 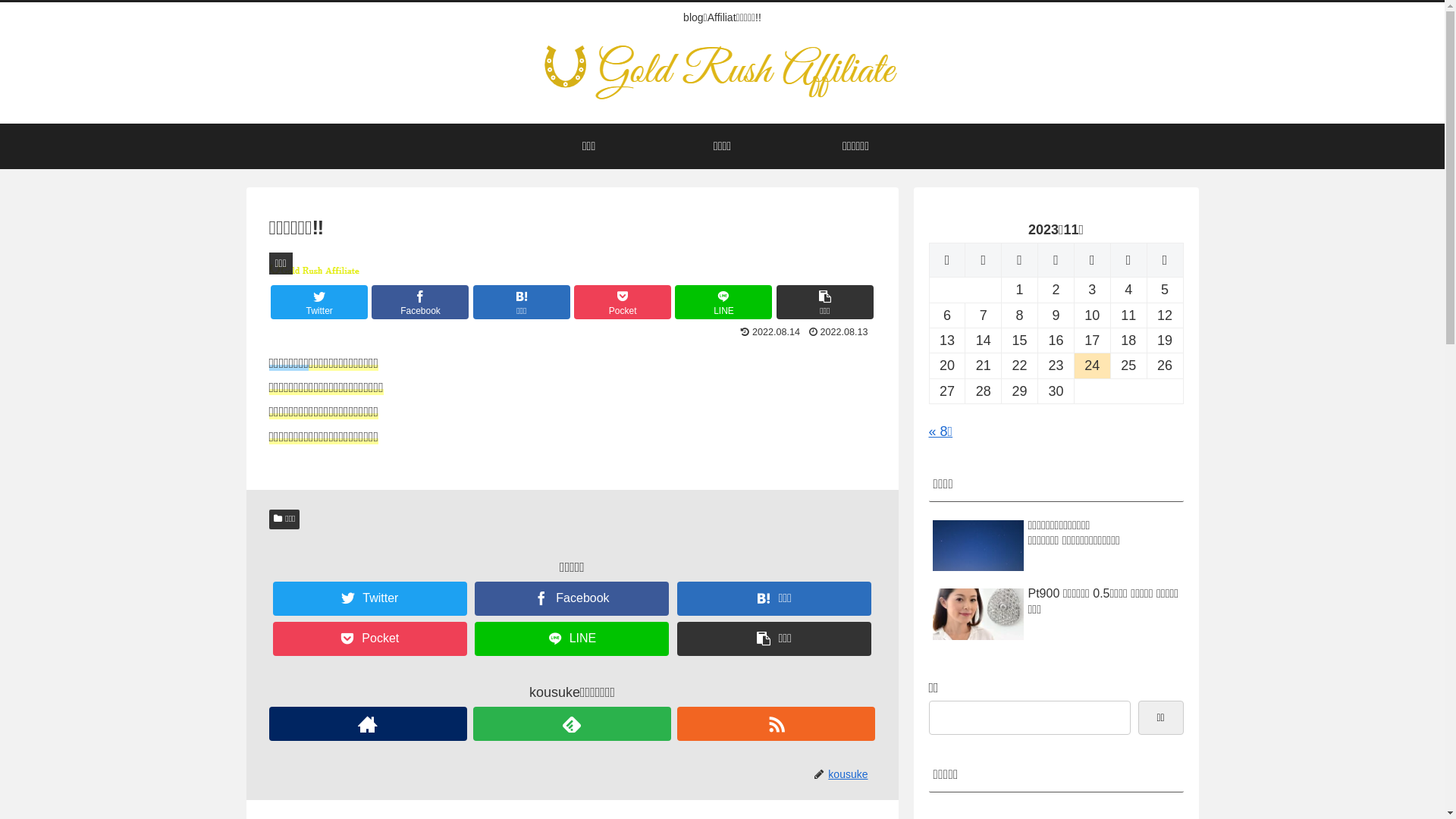 What do you see at coordinates (318, 302) in the screenshot?
I see `'Twitter'` at bounding box center [318, 302].